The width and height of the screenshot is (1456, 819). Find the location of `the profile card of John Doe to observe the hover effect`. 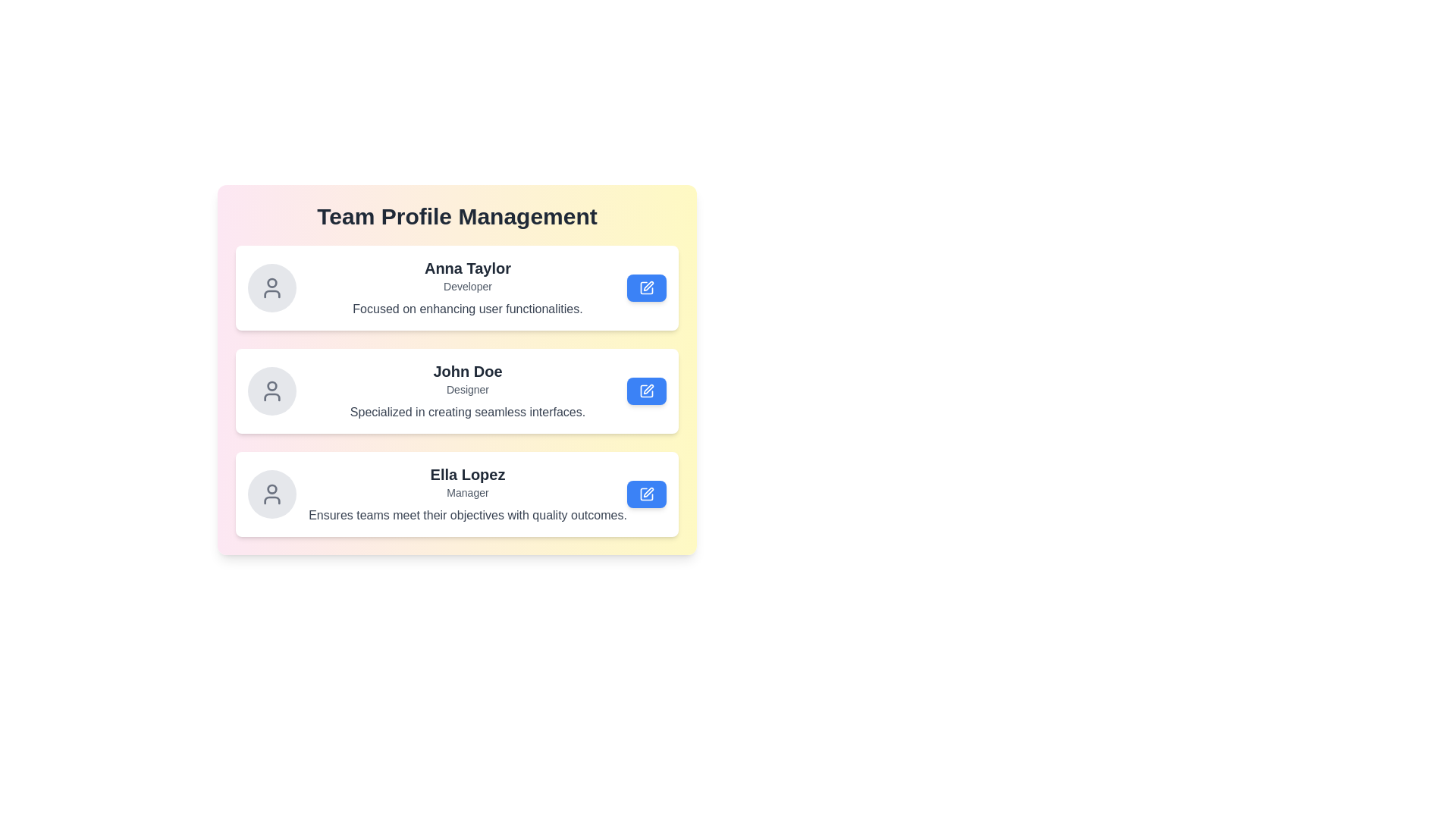

the profile card of John Doe to observe the hover effect is located at coordinates (457, 391).